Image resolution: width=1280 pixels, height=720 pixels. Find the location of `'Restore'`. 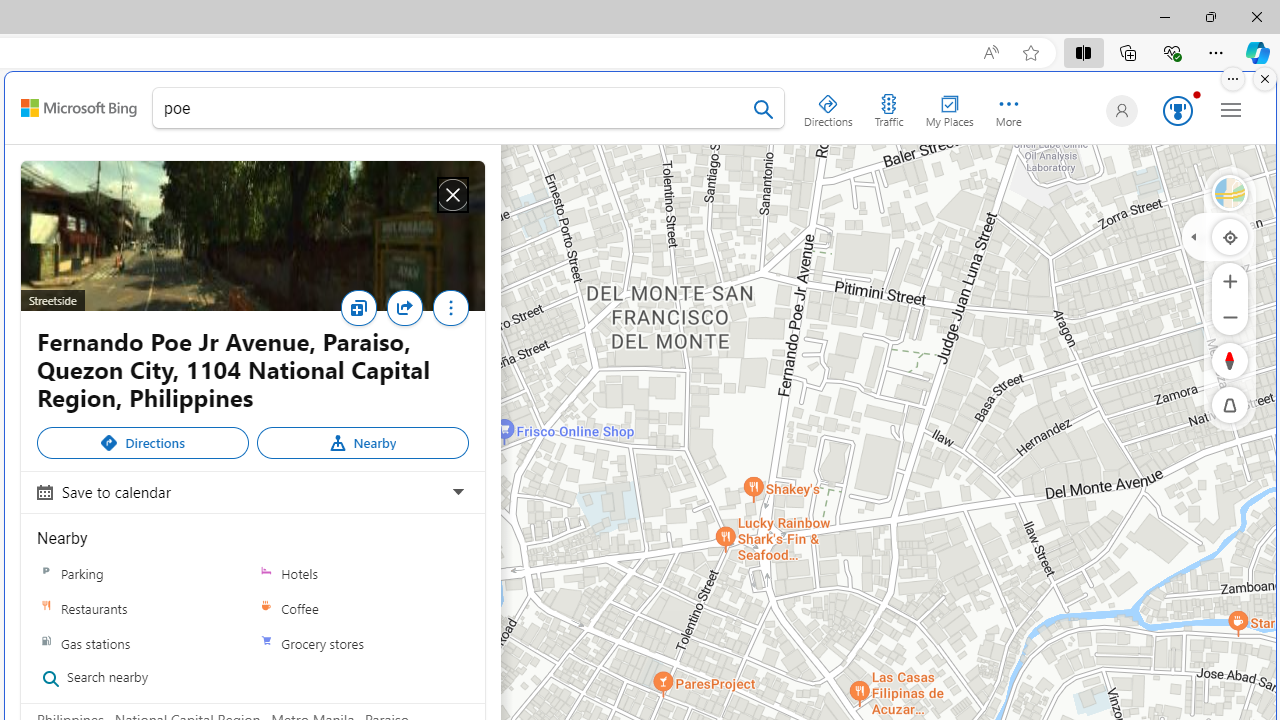

'Restore' is located at coordinates (1209, 16).